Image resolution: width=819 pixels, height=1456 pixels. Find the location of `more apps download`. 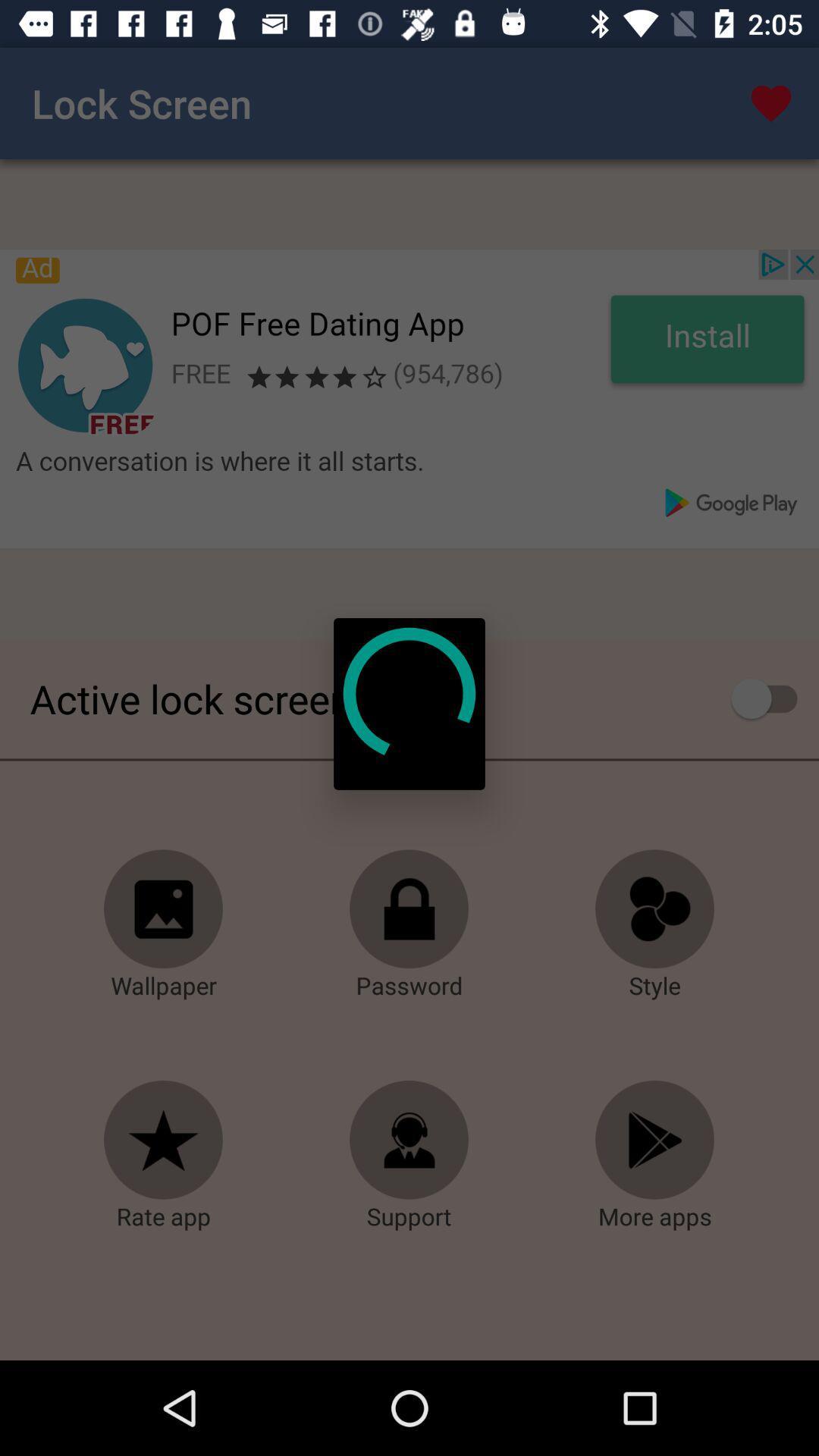

more apps download is located at coordinates (654, 1140).